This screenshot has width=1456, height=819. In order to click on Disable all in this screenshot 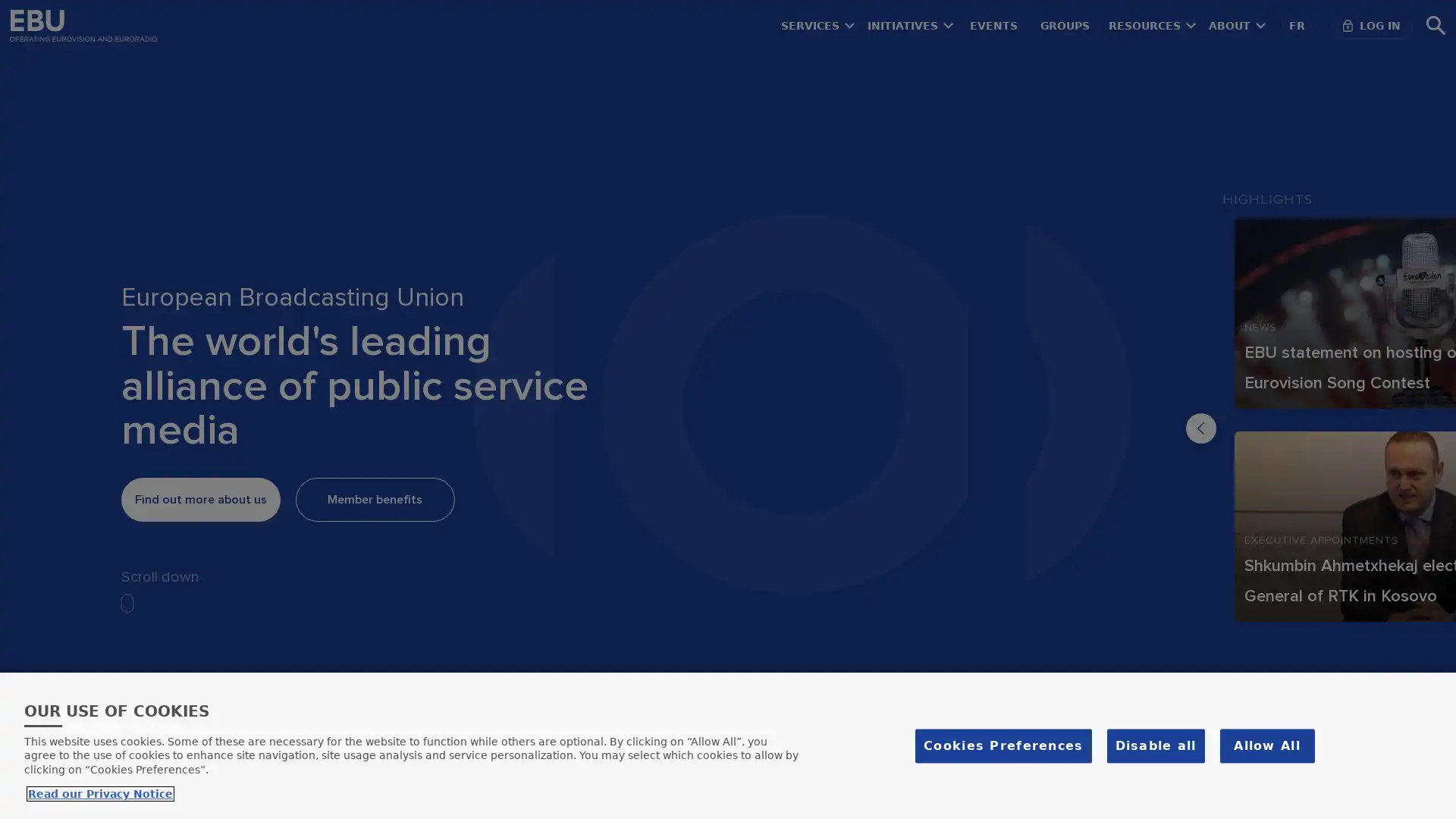, I will do `click(1154, 745)`.